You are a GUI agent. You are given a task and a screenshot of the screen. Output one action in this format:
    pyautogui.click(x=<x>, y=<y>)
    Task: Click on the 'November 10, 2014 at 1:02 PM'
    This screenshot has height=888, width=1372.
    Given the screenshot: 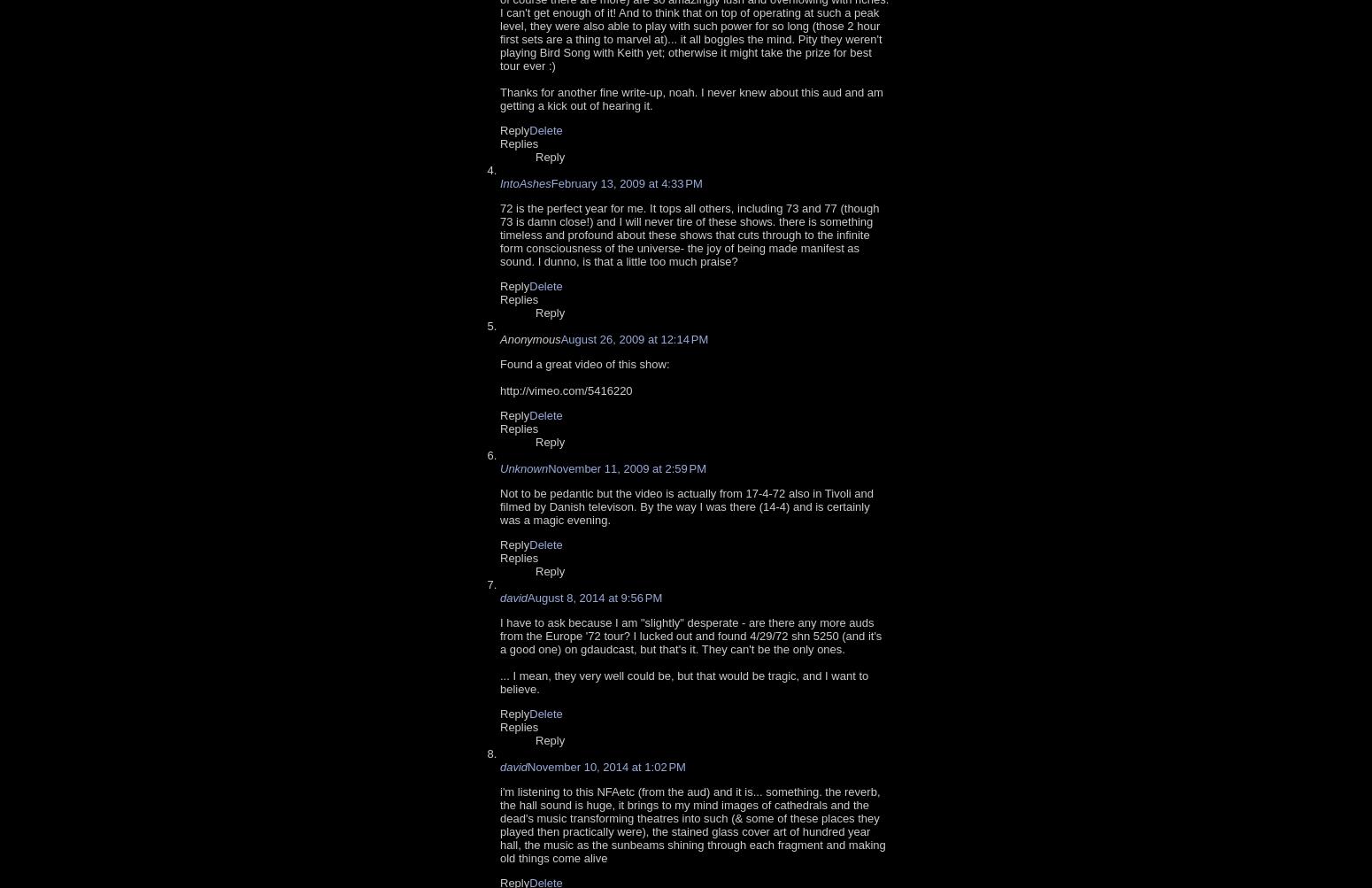 What is the action you would take?
    pyautogui.click(x=605, y=766)
    